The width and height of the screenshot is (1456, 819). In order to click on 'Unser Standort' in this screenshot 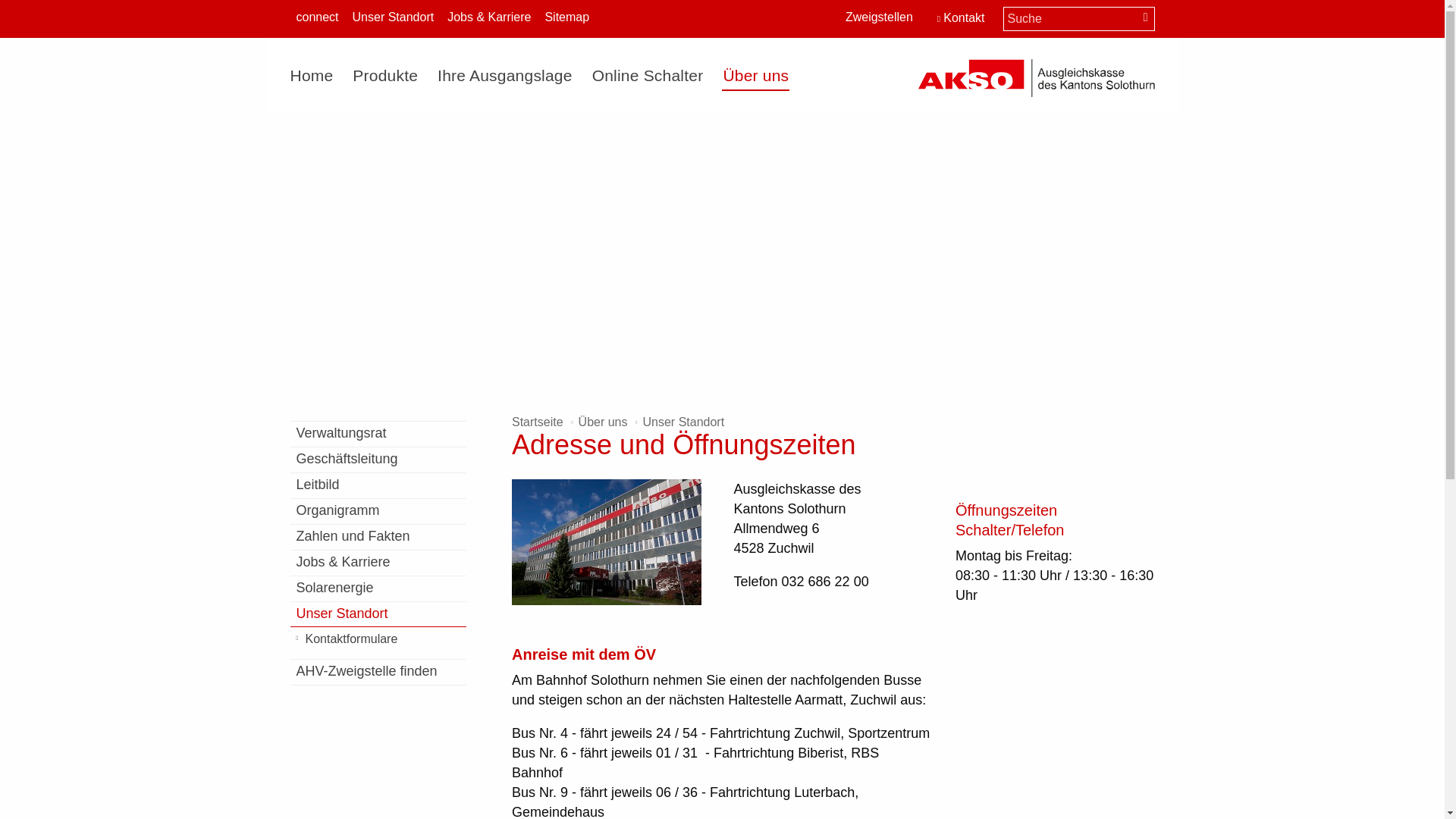, I will do `click(393, 18)`.